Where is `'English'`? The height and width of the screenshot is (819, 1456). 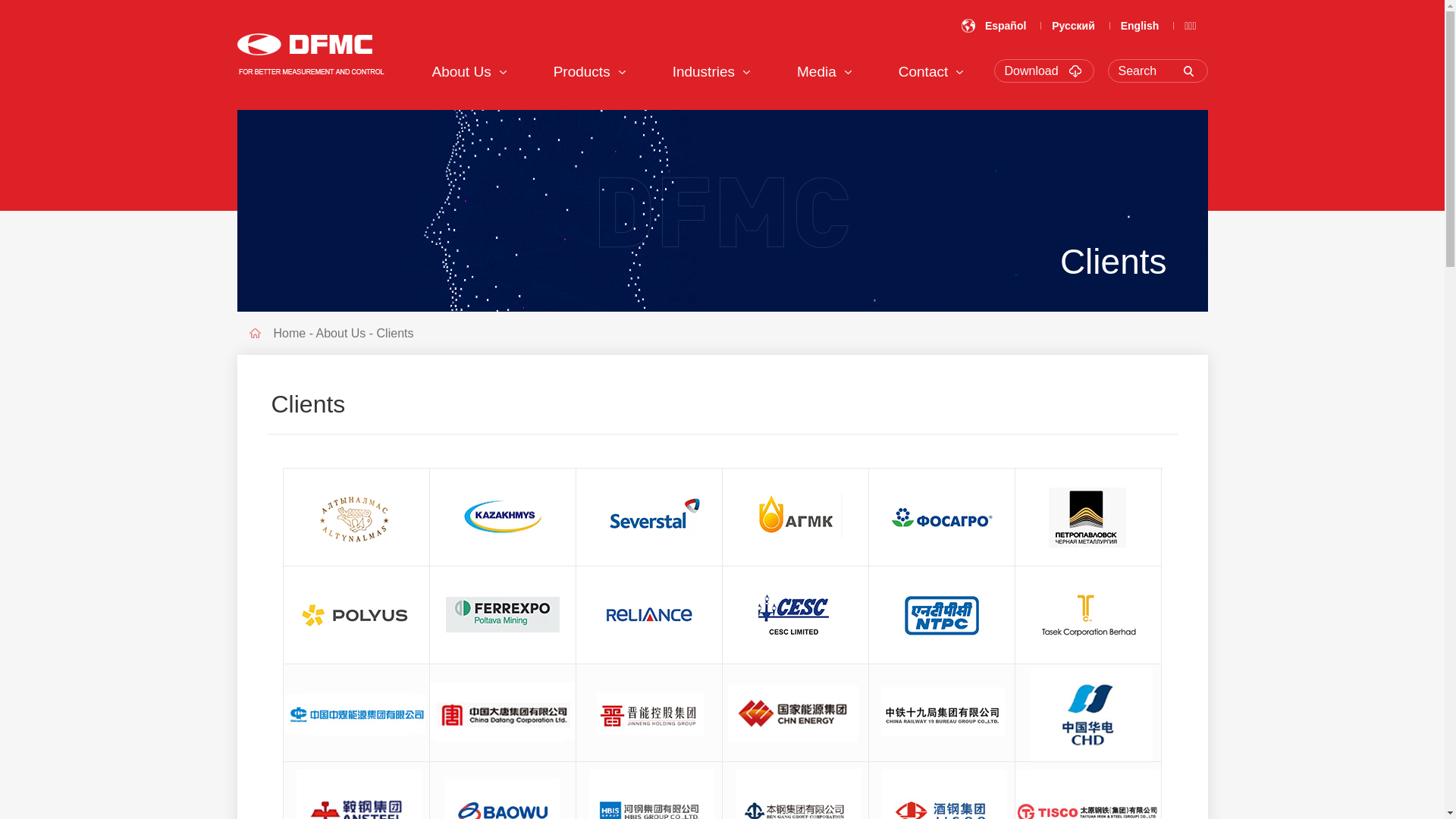 'English' is located at coordinates (1140, 26).